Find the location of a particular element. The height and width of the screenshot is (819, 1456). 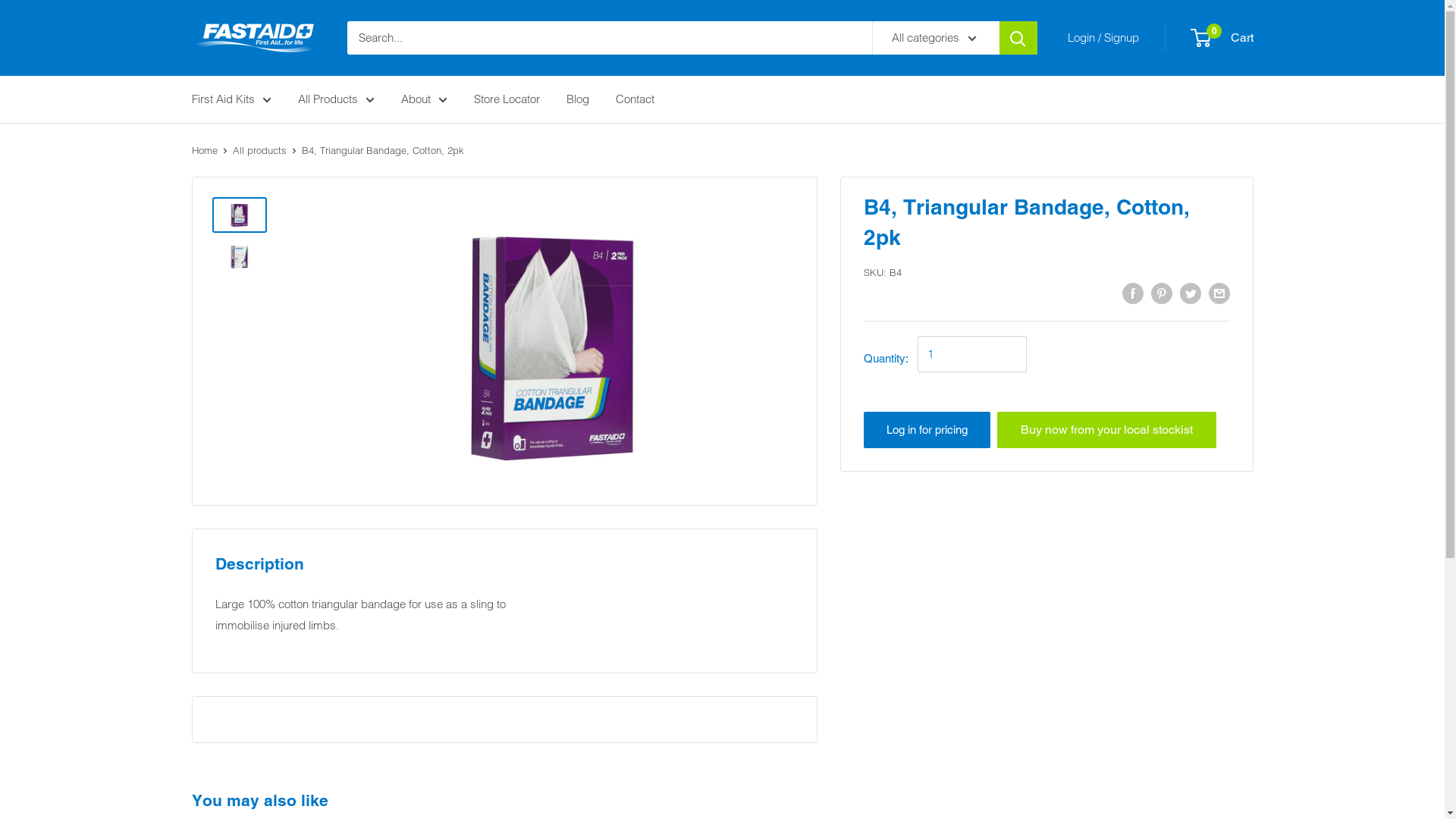

'Blog' is located at coordinates (576, 99).